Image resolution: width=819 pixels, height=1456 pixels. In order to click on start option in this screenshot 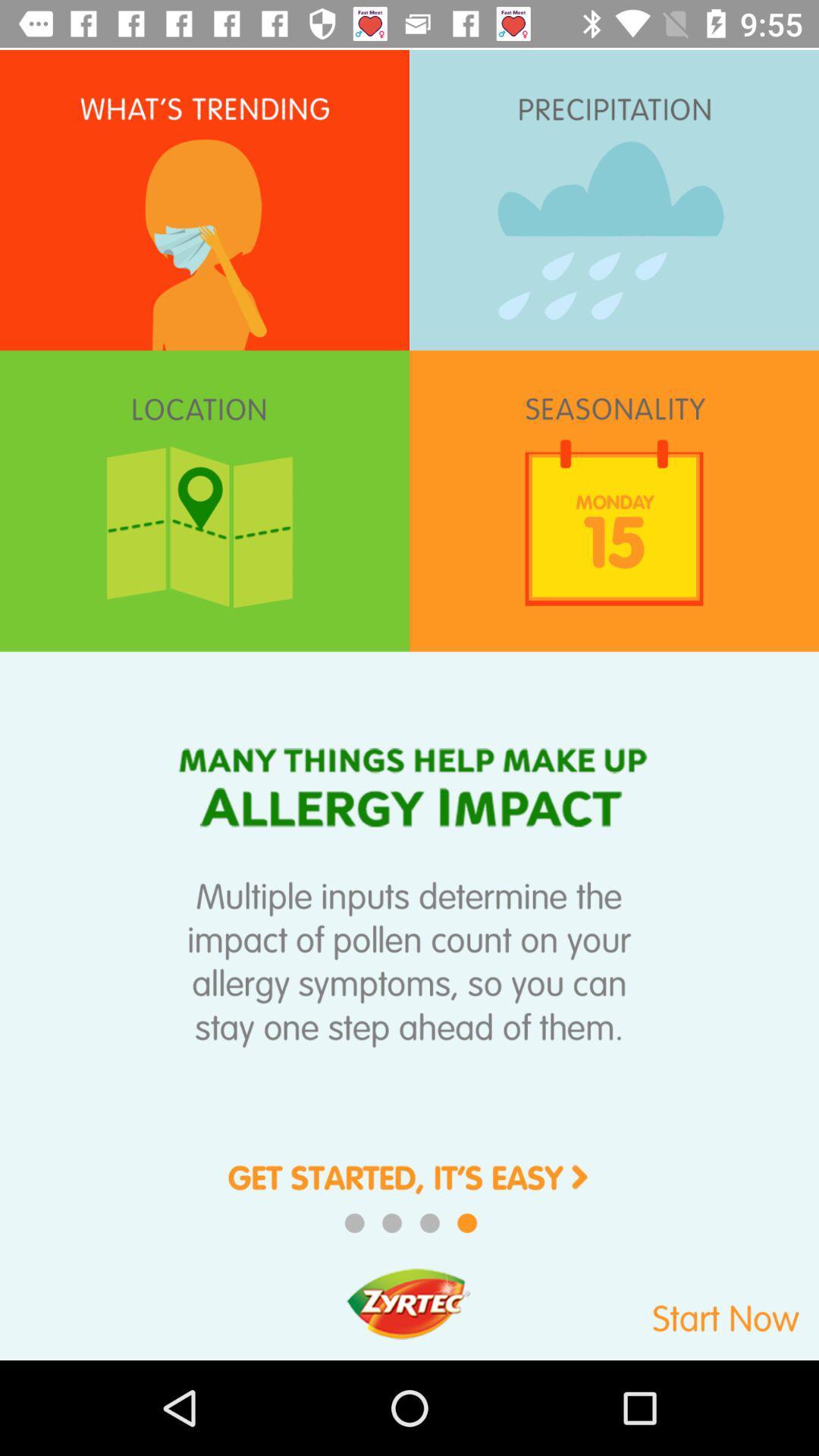, I will do `click(669, 1310)`.